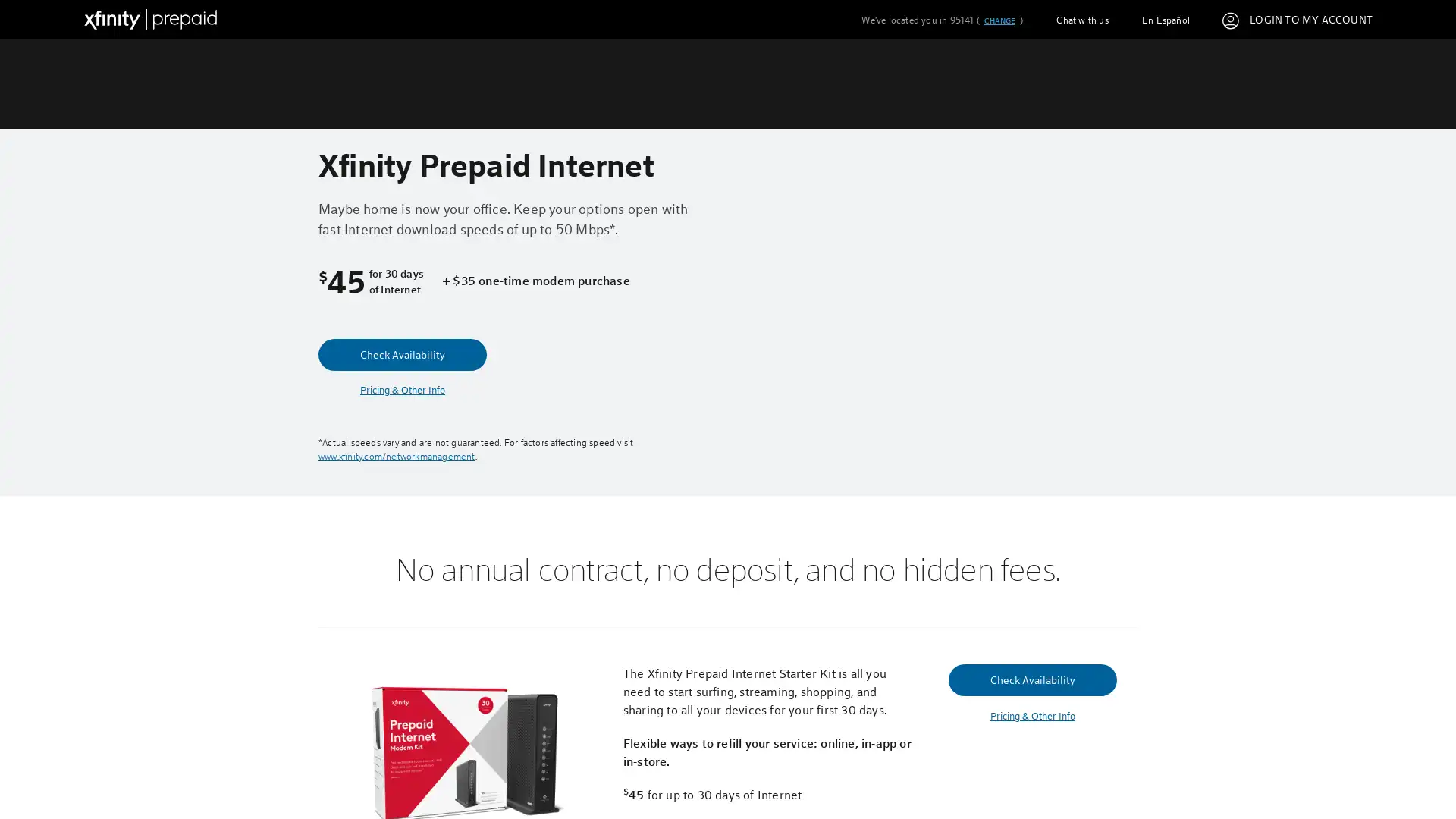 The height and width of the screenshot is (819, 1456). Describe the element at coordinates (403, 389) in the screenshot. I see `Pricing & Other Info` at that location.